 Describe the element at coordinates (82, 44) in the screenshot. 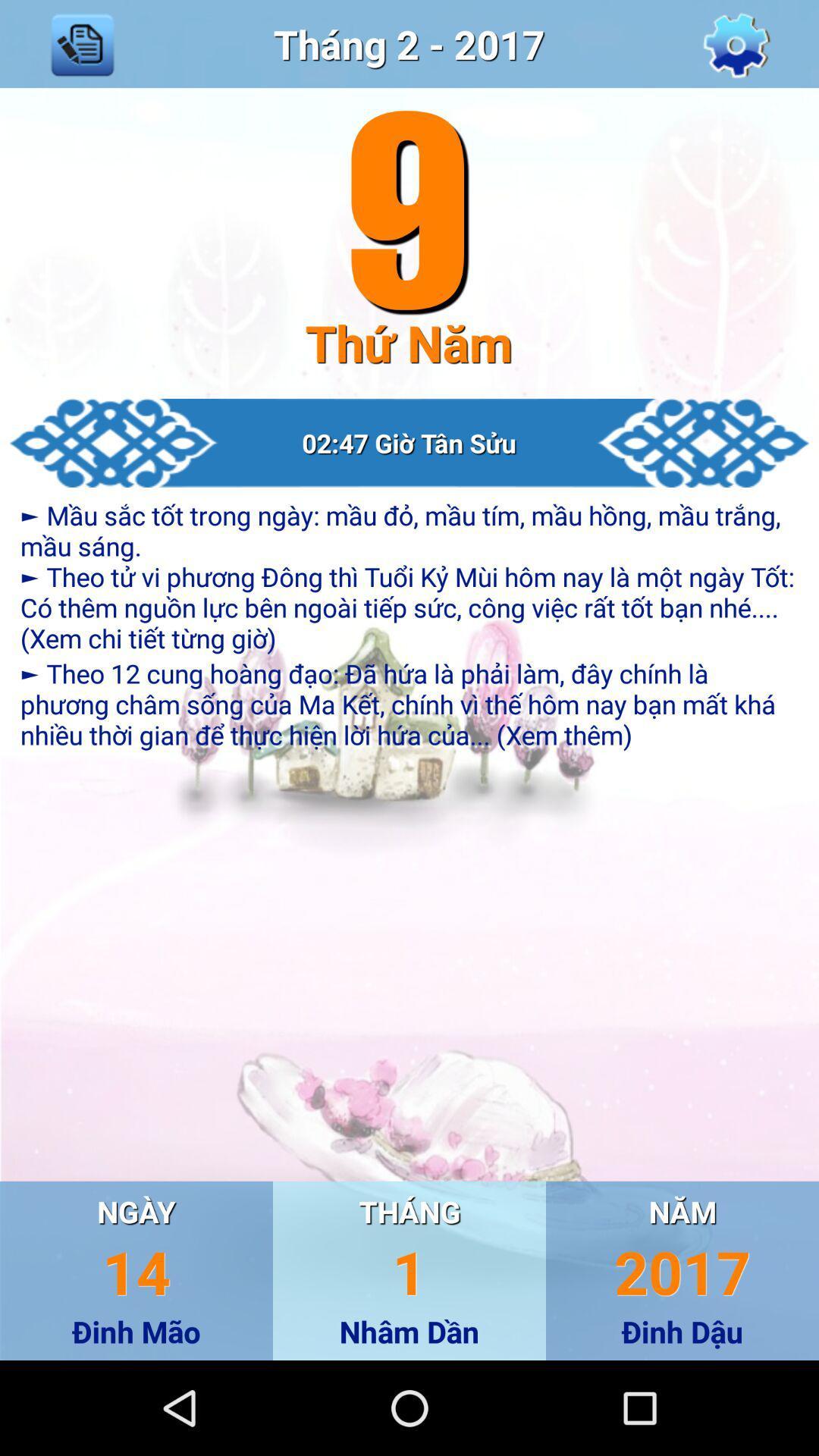

I see `the option which is left to the top left corner` at that location.